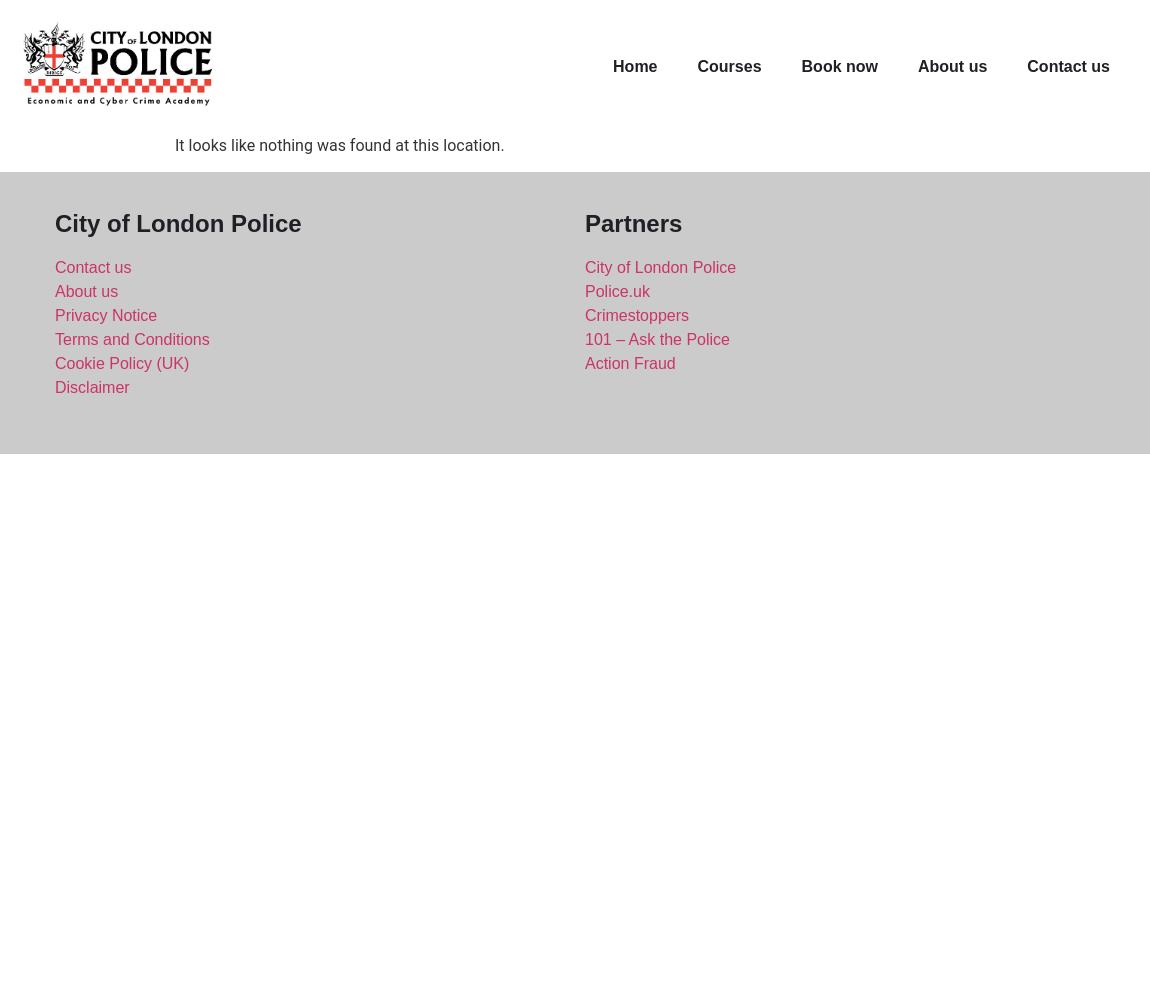 The width and height of the screenshot is (1150, 1000). I want to click on 'Crimestoppers', so click(635, 313).